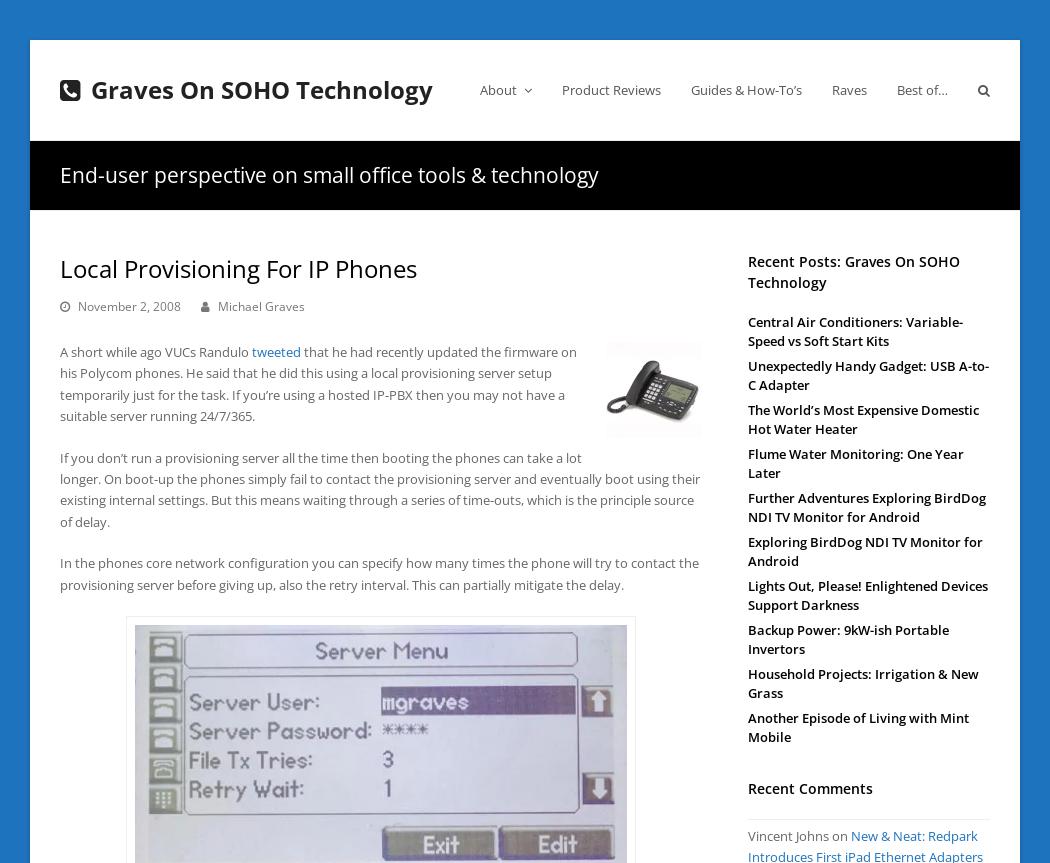 The width and height of the screenshot is (1050, 863). Describe the element at coordinates (865, 506) in the screenshot. I see `'Further Adventures Exploring BirdDog NDI TV Monitor for Android'` at that location.